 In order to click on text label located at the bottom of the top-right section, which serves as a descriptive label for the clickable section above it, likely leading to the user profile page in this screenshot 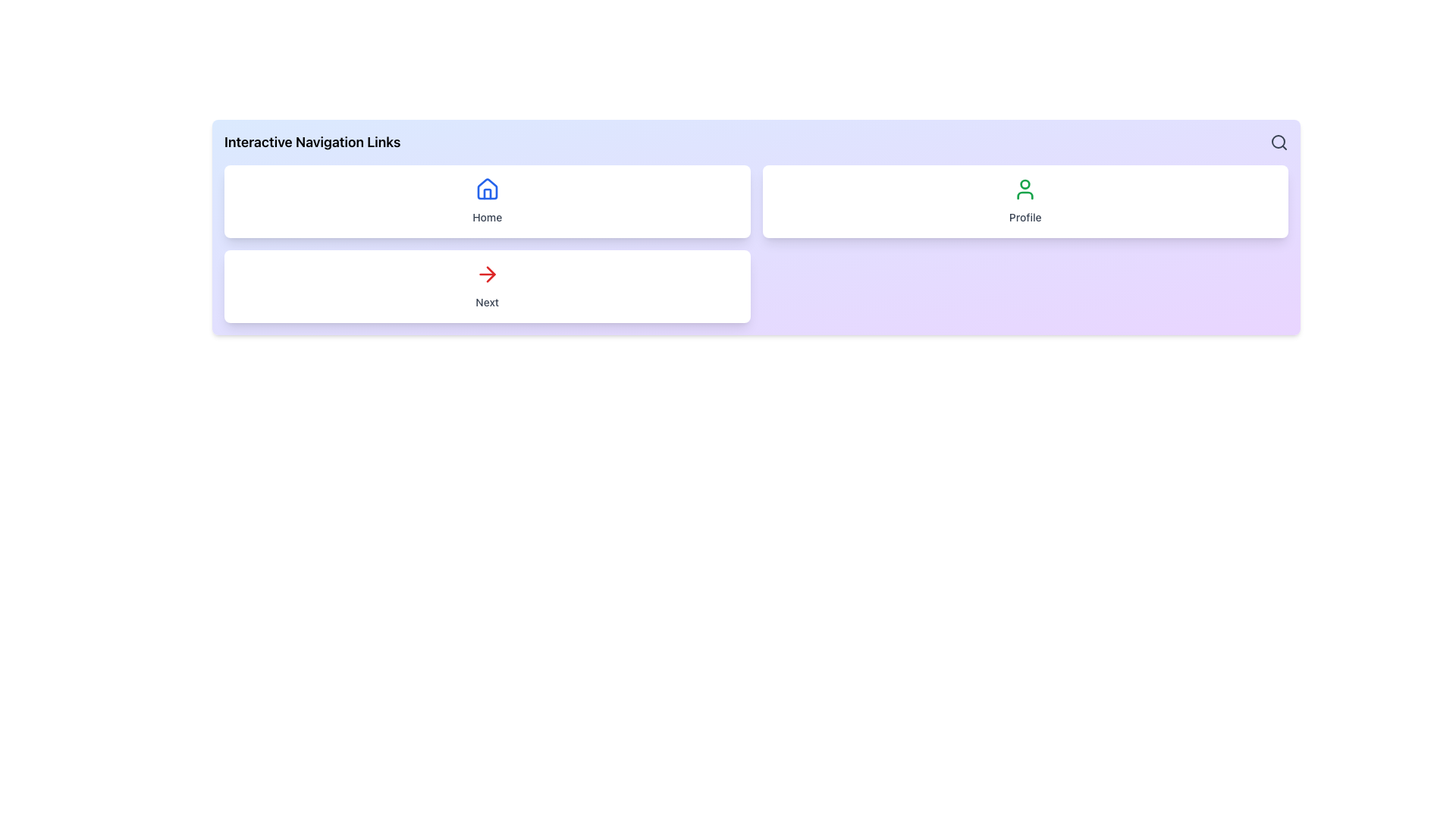, I will do `click(1025, 217)`.